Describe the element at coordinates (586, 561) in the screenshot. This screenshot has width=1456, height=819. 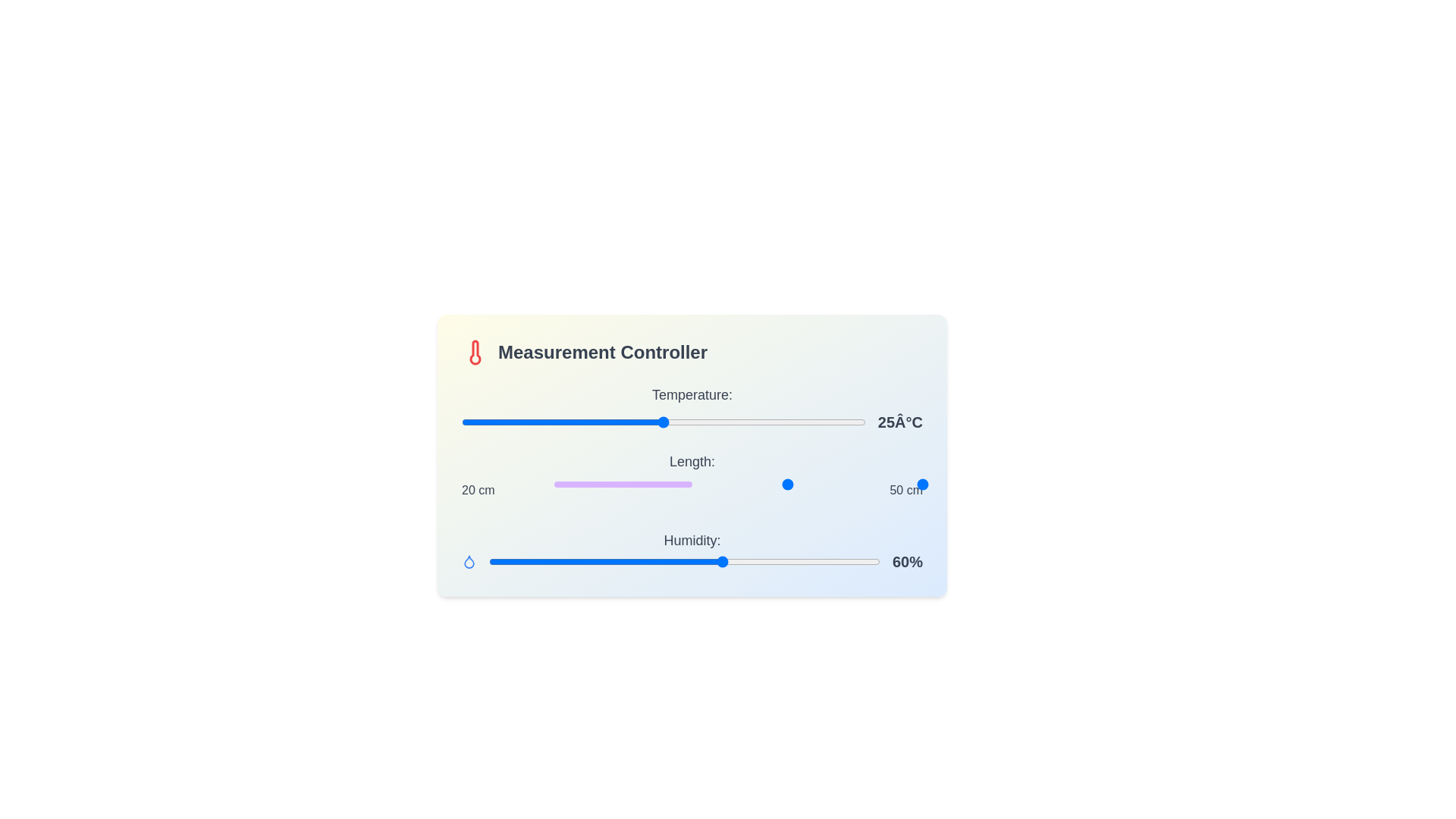
I see `the humidity level` at that location.